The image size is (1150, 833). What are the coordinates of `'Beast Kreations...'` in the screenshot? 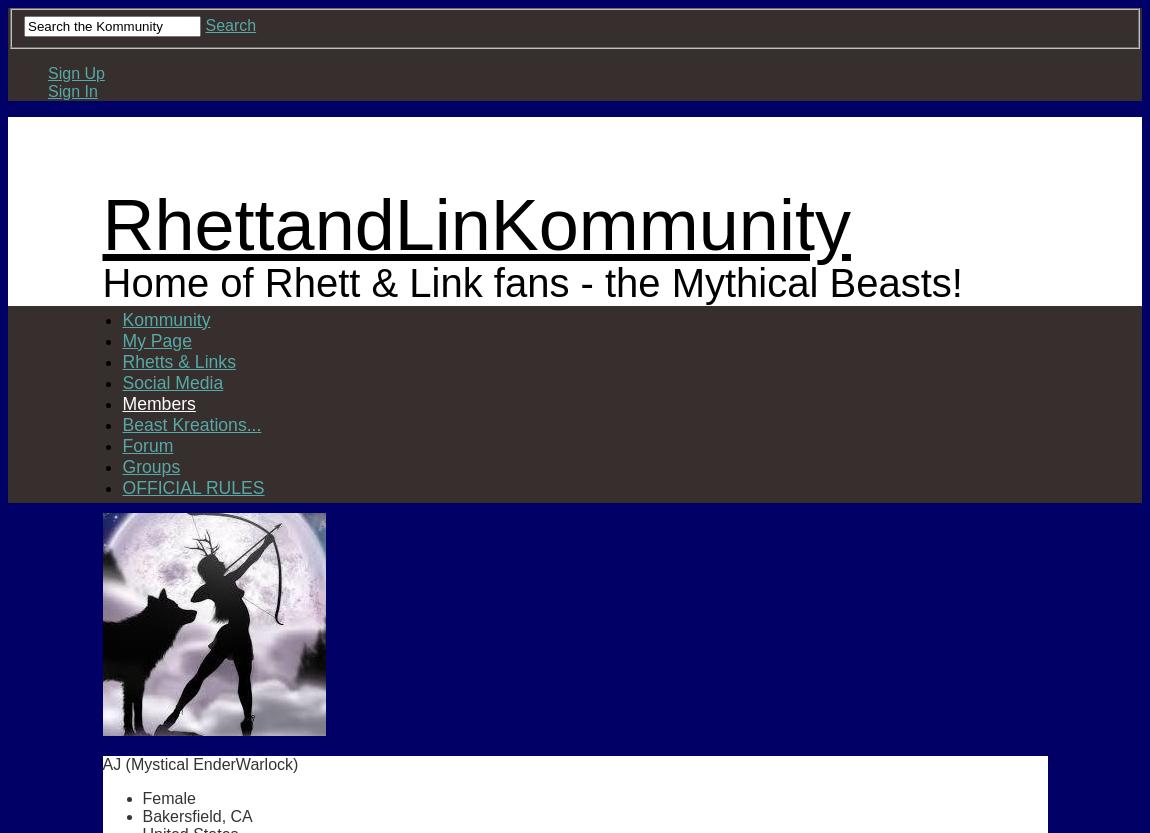 It's located at (190, 422).